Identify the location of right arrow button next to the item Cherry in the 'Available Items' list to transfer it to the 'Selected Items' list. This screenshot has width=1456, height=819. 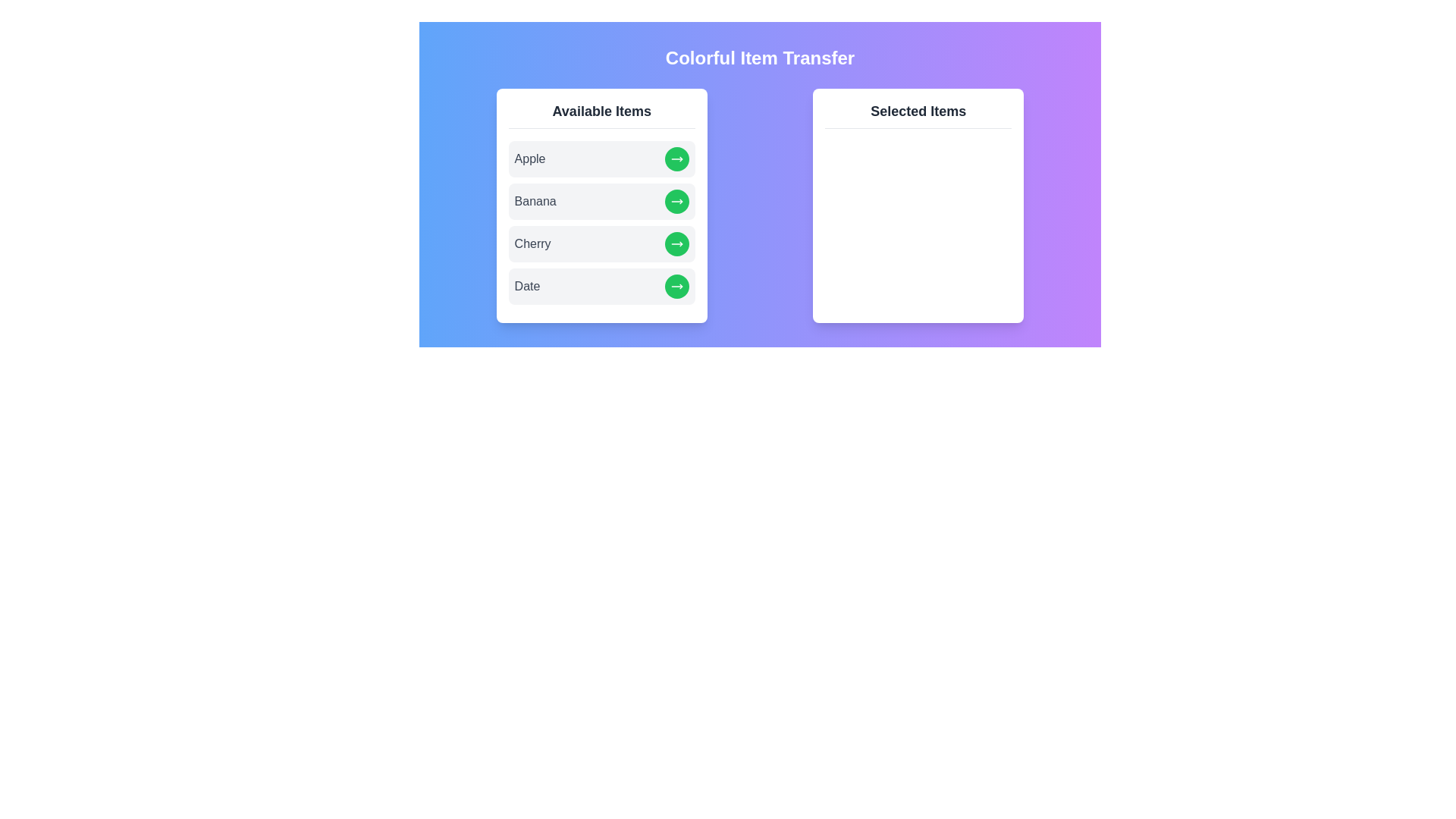
(676, 243).